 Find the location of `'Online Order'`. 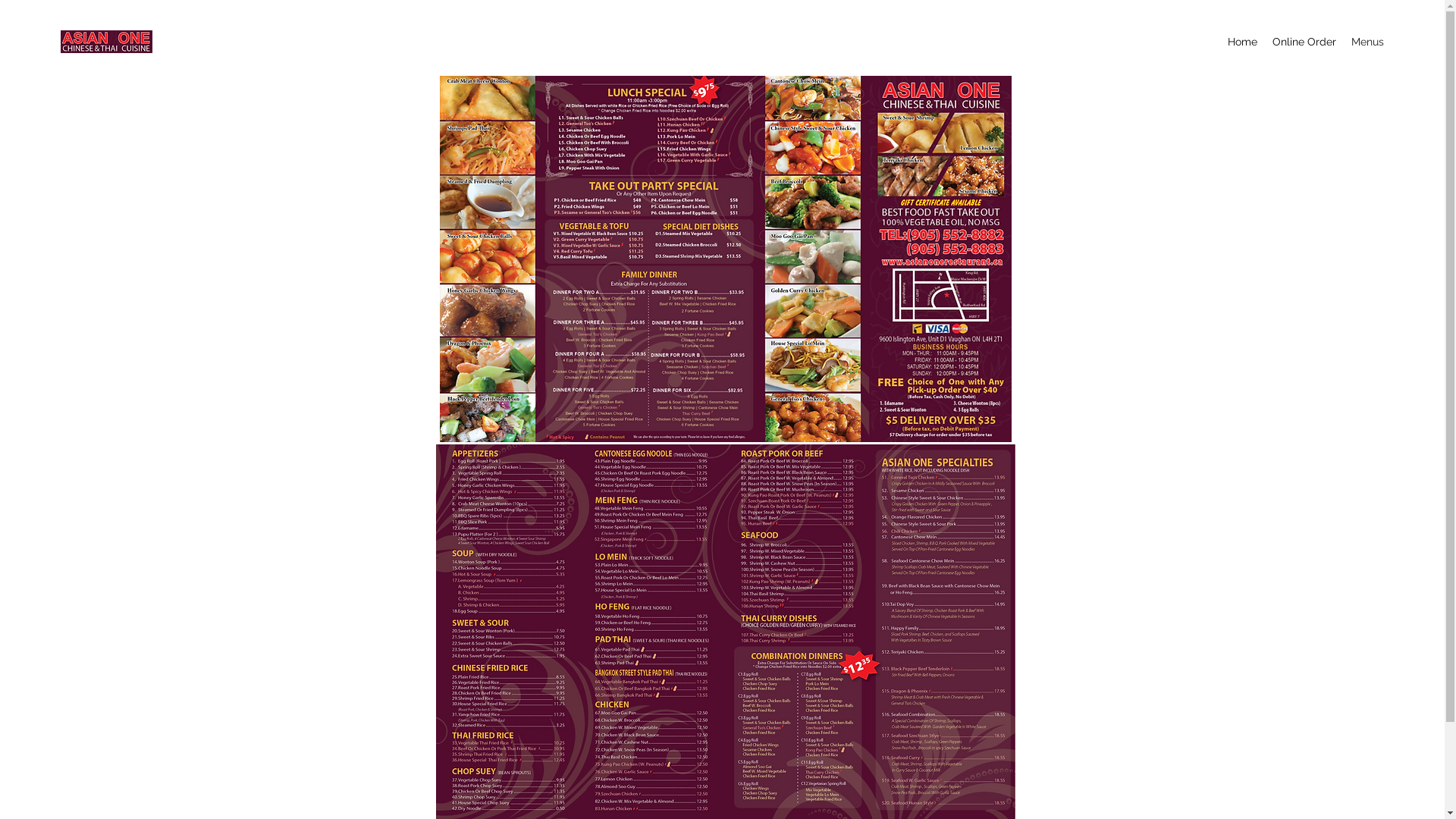

'Online Order' is located at coordinates (1265, 40).